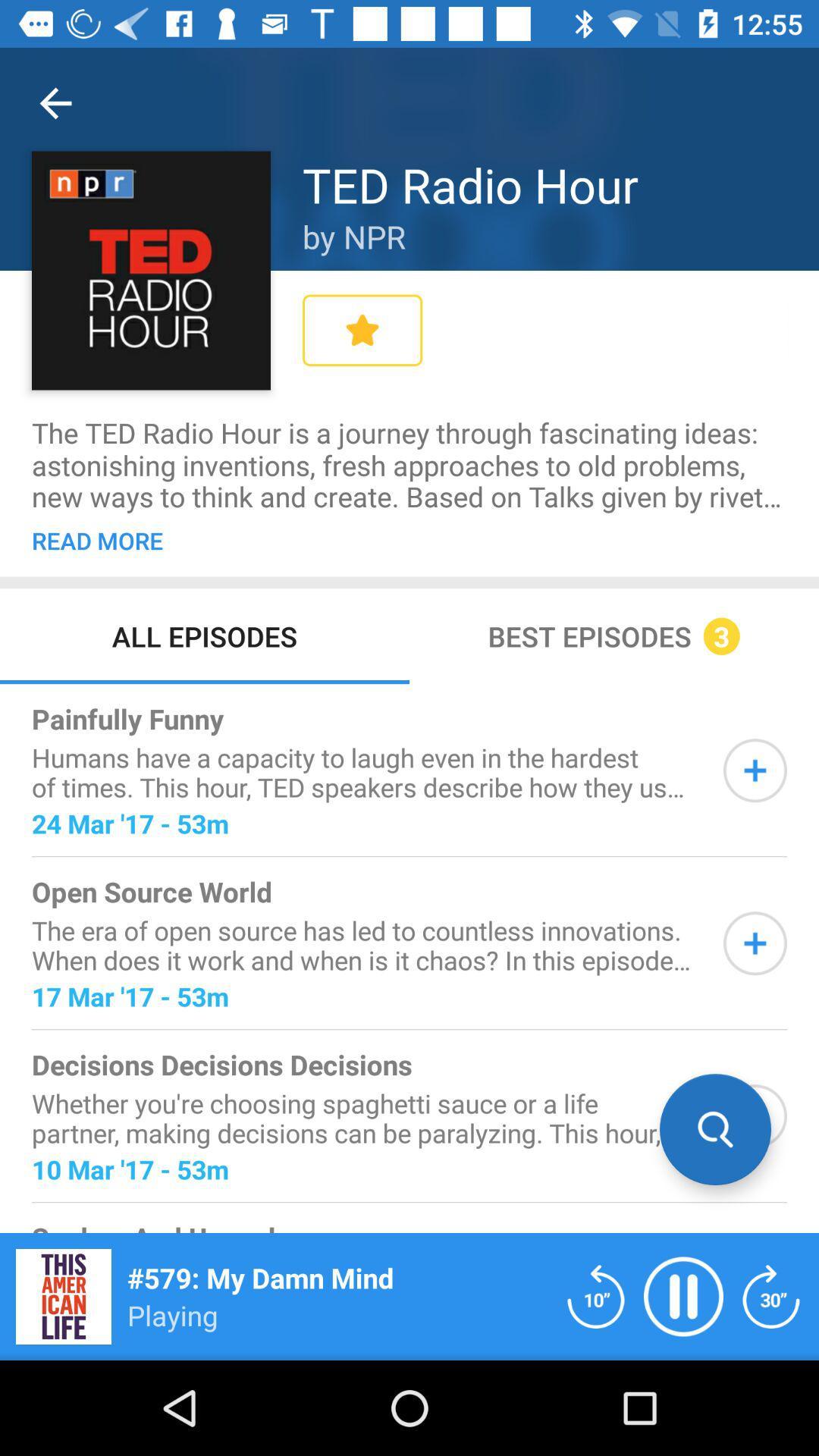 This screenshot has height=1456, width=819. What do you see at coordinates (755, 770) in the screenshot?
I see `symbol` at bounding box center [755, 770].